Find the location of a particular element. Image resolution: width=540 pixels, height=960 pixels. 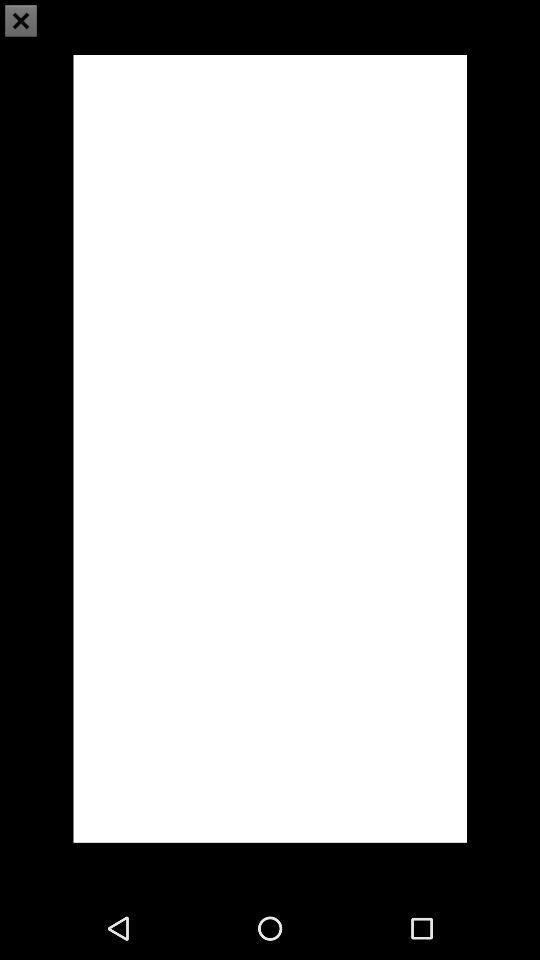

item at the top left corner is located at coordinates (20, 20).